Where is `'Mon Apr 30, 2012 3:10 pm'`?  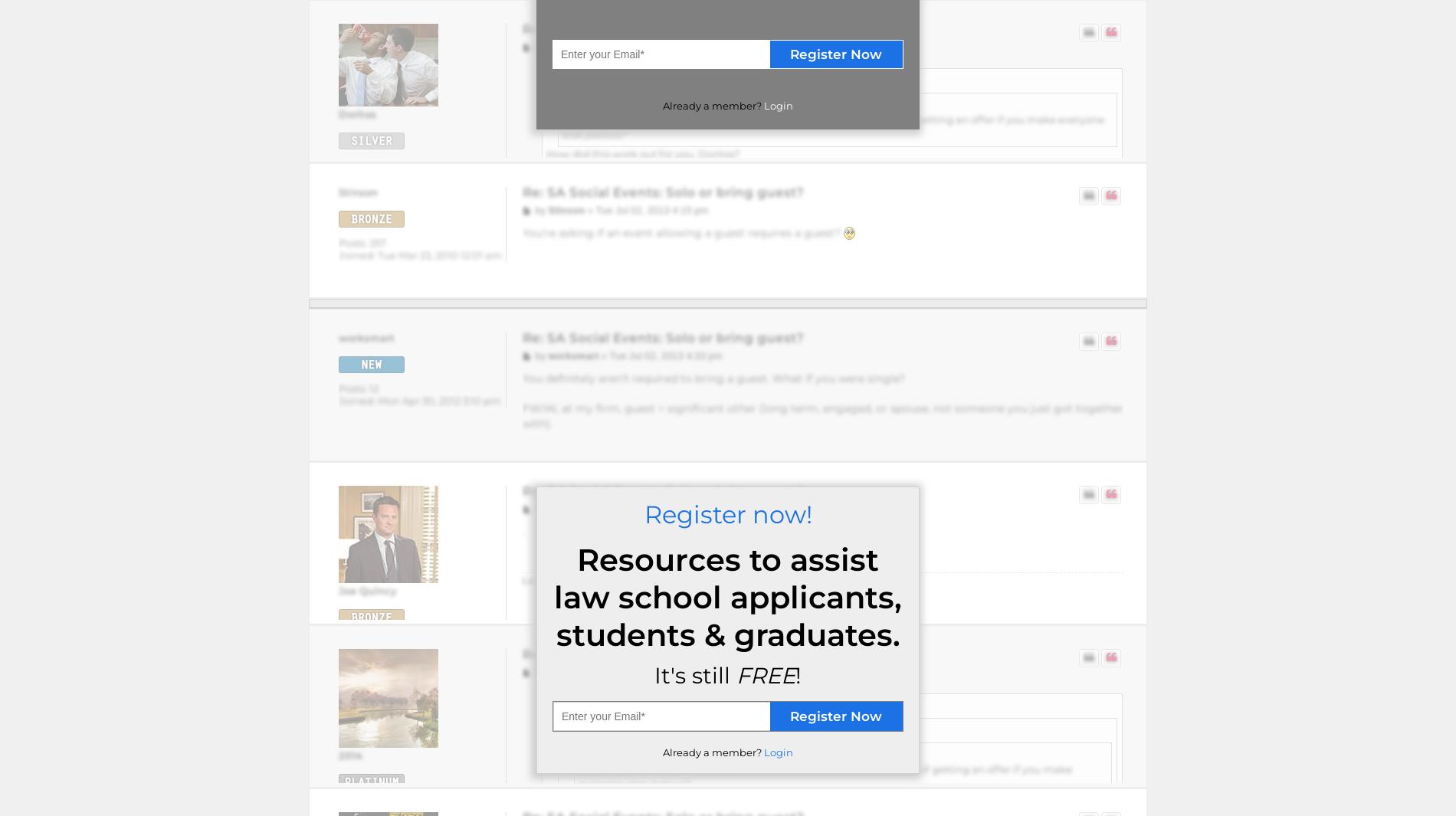
'Mon Apr 30, 2012 3:10 pm' is located at coordinates (438, 400).